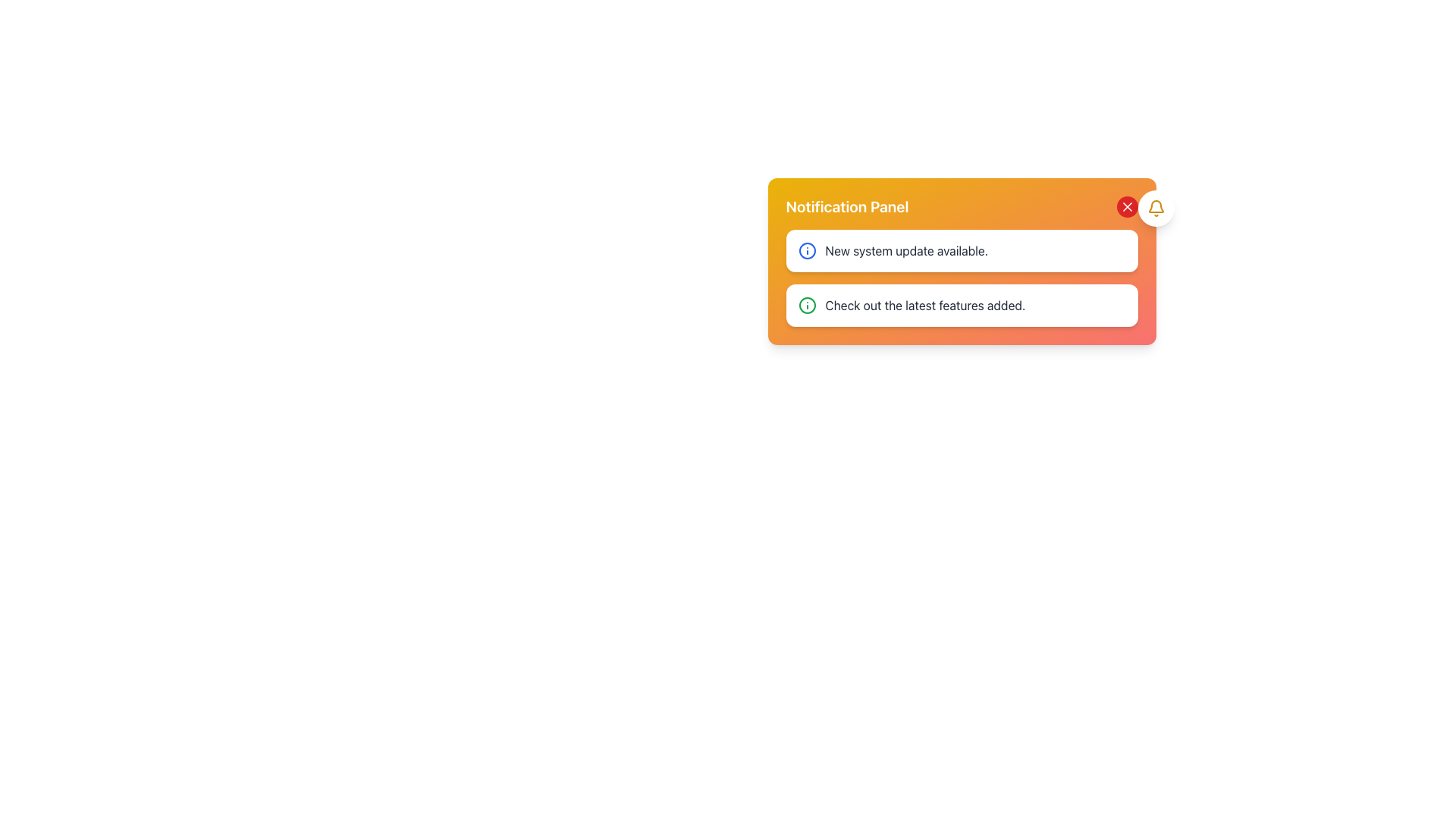  I want to click on the text label that reads 'New system update available.' styled in gray color within the notification panel, so click(906, 250).